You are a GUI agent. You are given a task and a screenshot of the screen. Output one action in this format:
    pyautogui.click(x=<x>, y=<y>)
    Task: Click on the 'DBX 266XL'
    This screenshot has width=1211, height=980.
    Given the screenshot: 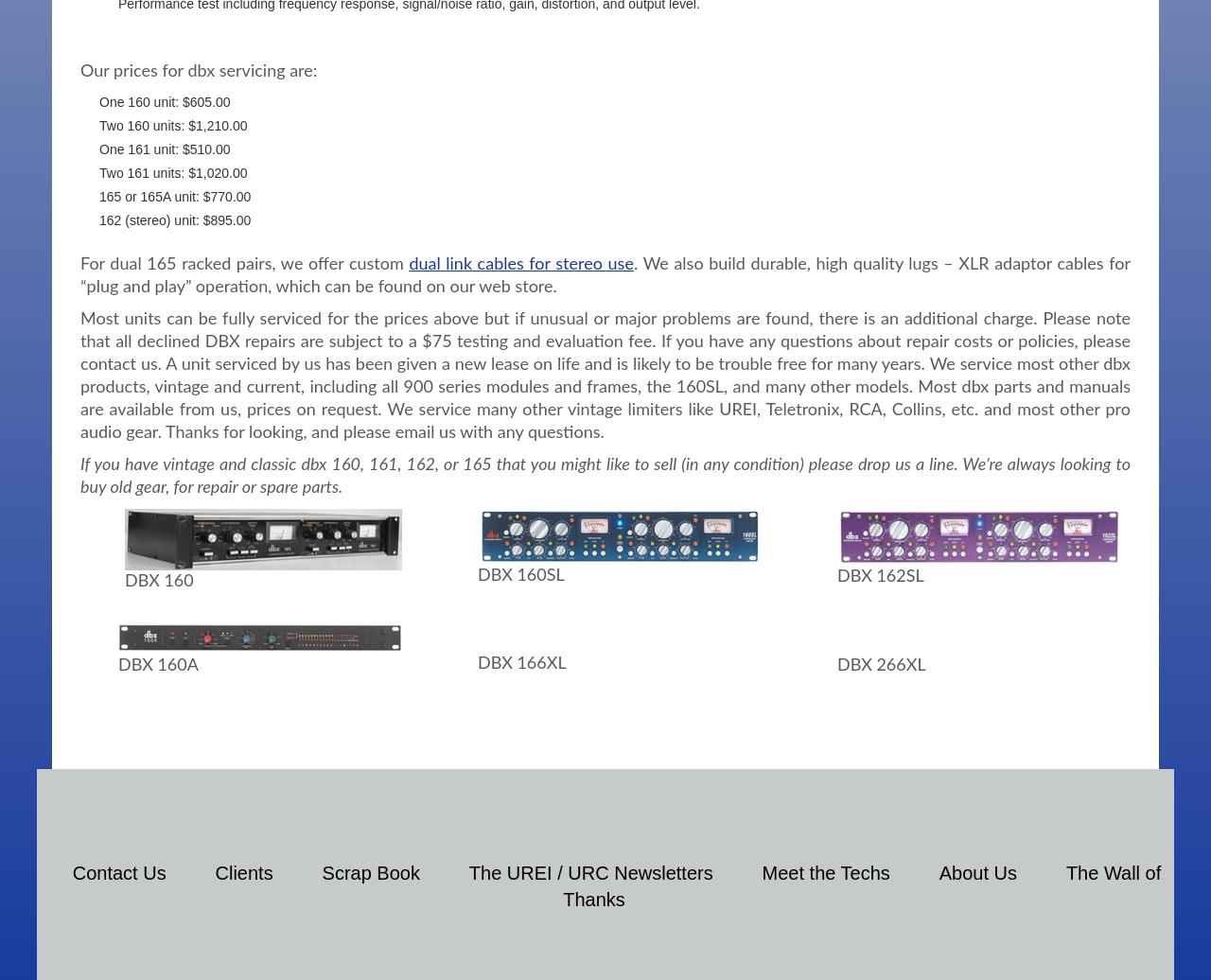 What is the action you would take?
    pyautogui.click(x=880, y=665)
    